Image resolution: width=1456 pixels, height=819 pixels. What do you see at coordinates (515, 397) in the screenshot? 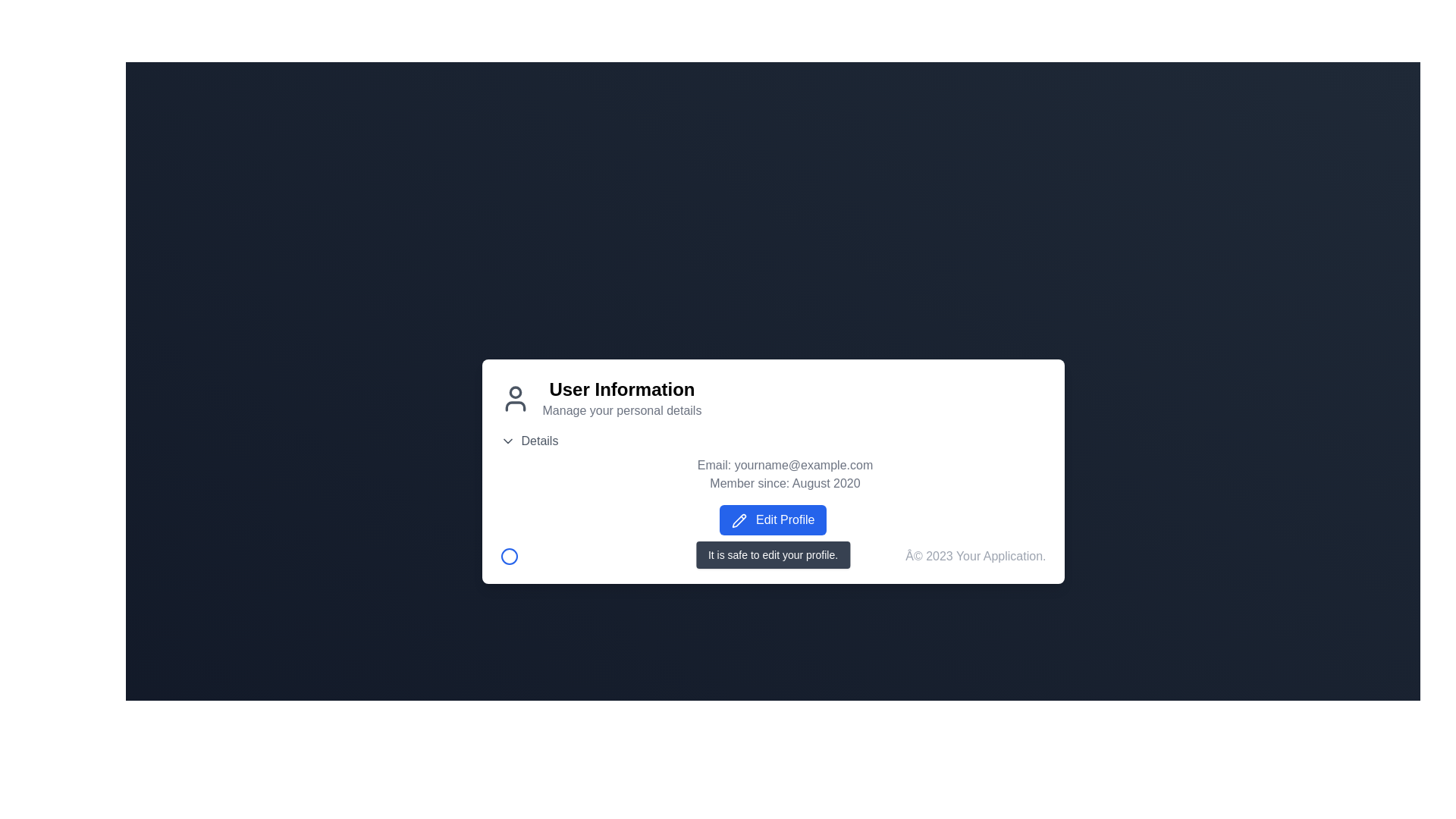
I see `the user profile icon, which is a circular outline representing the head and shoulders, located to the left of the 'User Information' text` at bounding box center [515, 397].